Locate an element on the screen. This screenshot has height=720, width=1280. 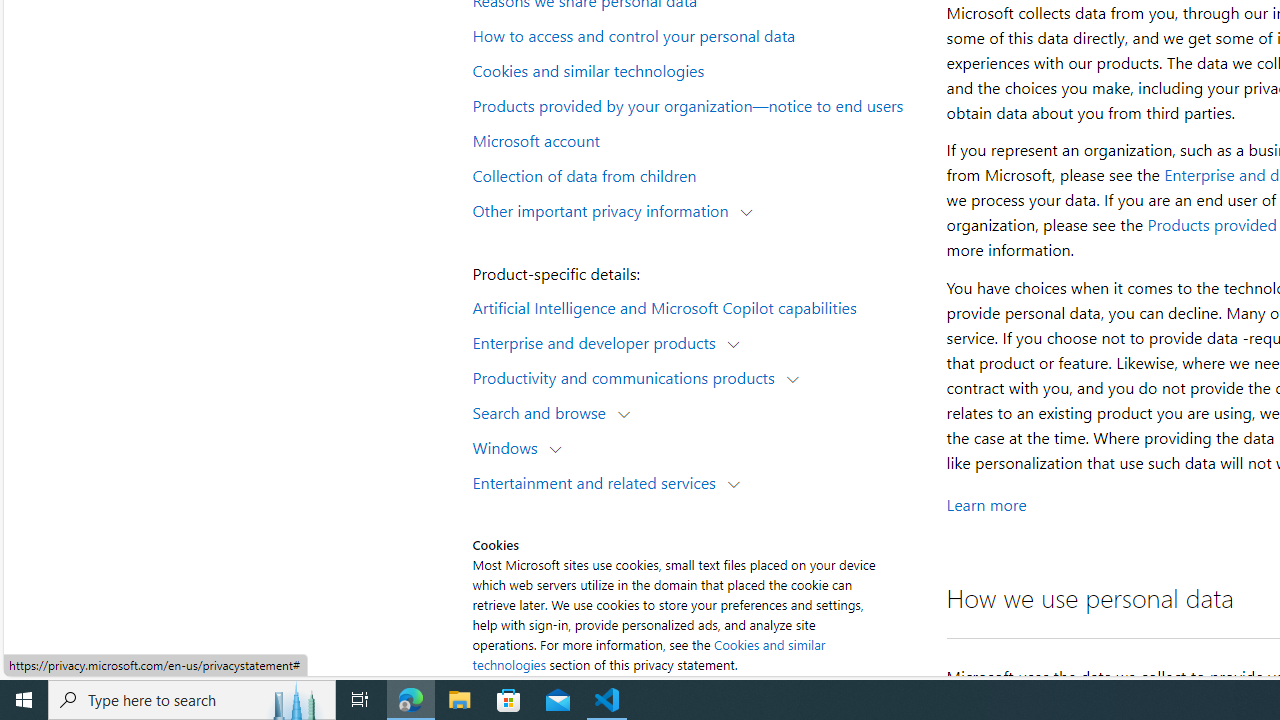
'Artificial Intelligence and Microsoft Copilot capabilities' is located at coordinates (696, 306).